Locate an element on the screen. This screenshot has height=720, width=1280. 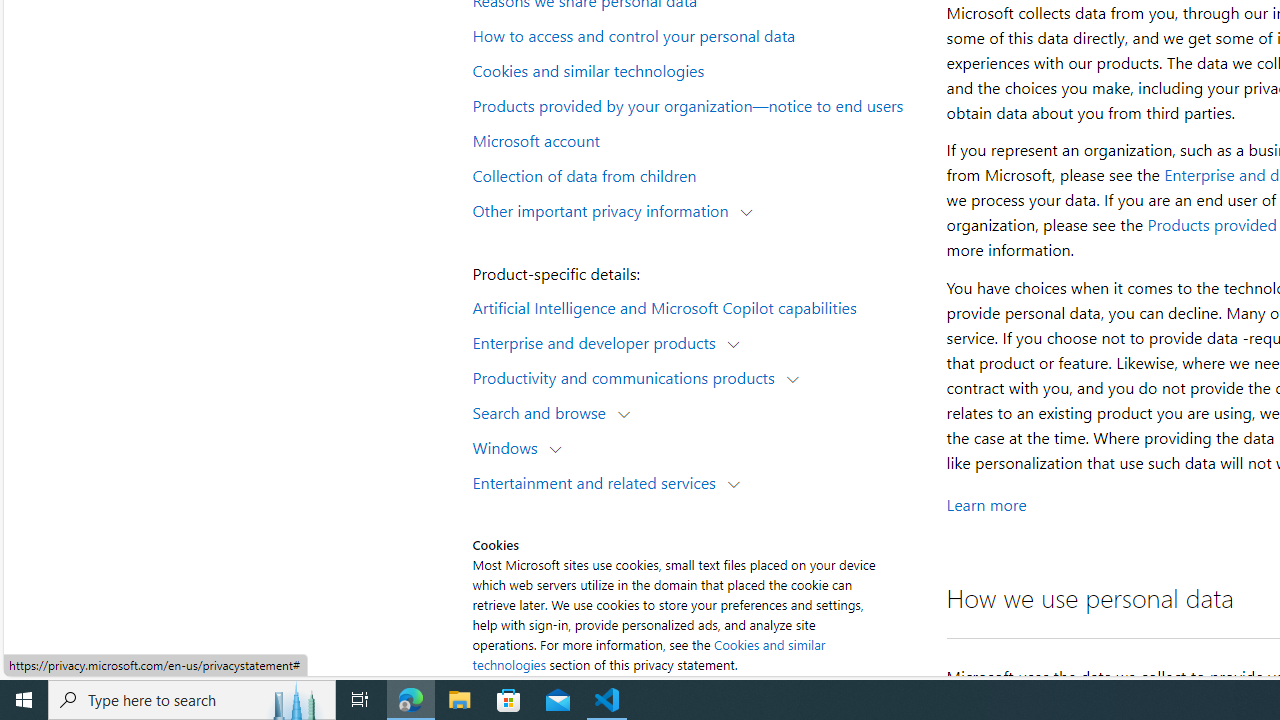
'Artificial Intelligence and Microsoft Copilot capabilities' is located at coordinates (696, 306).